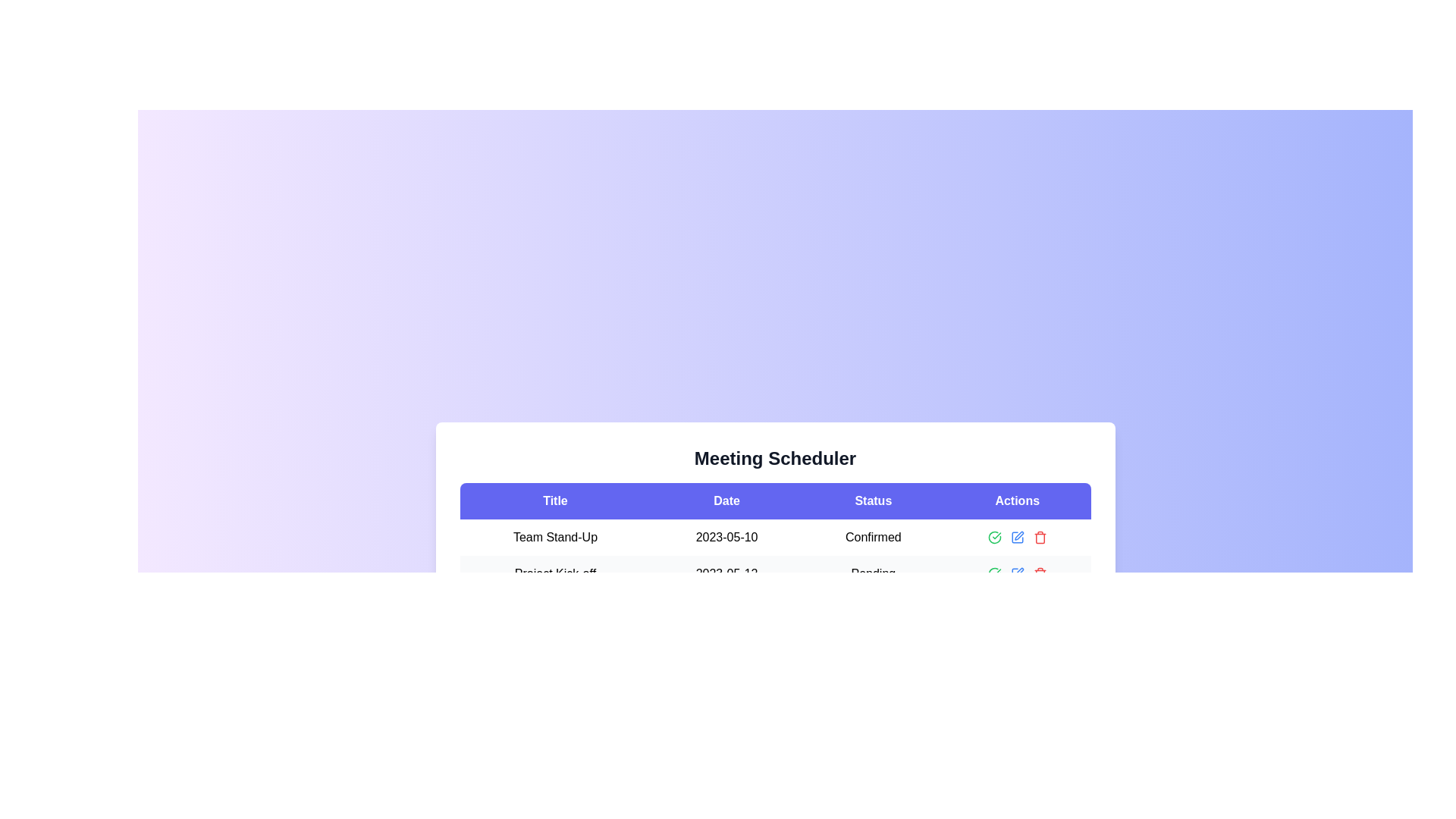 The image size is (1456, 819). I want to click on the delete icon located at the far-right end of the action icons in the 'Actions' column of the table, so click(1039, 573).